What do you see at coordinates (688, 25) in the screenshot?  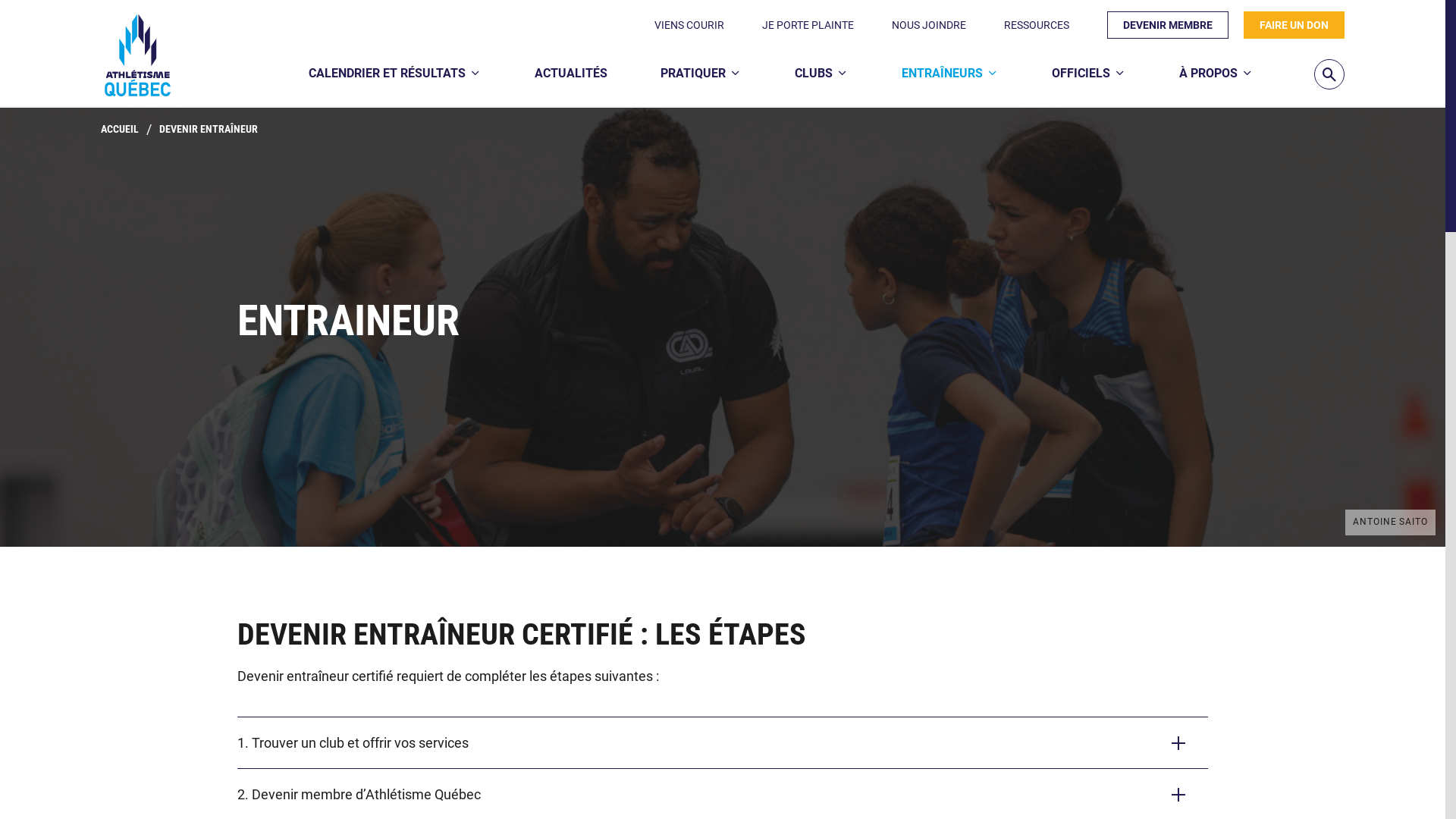 I see `'VIENS COURIR'` at bounding box center [688, 25].